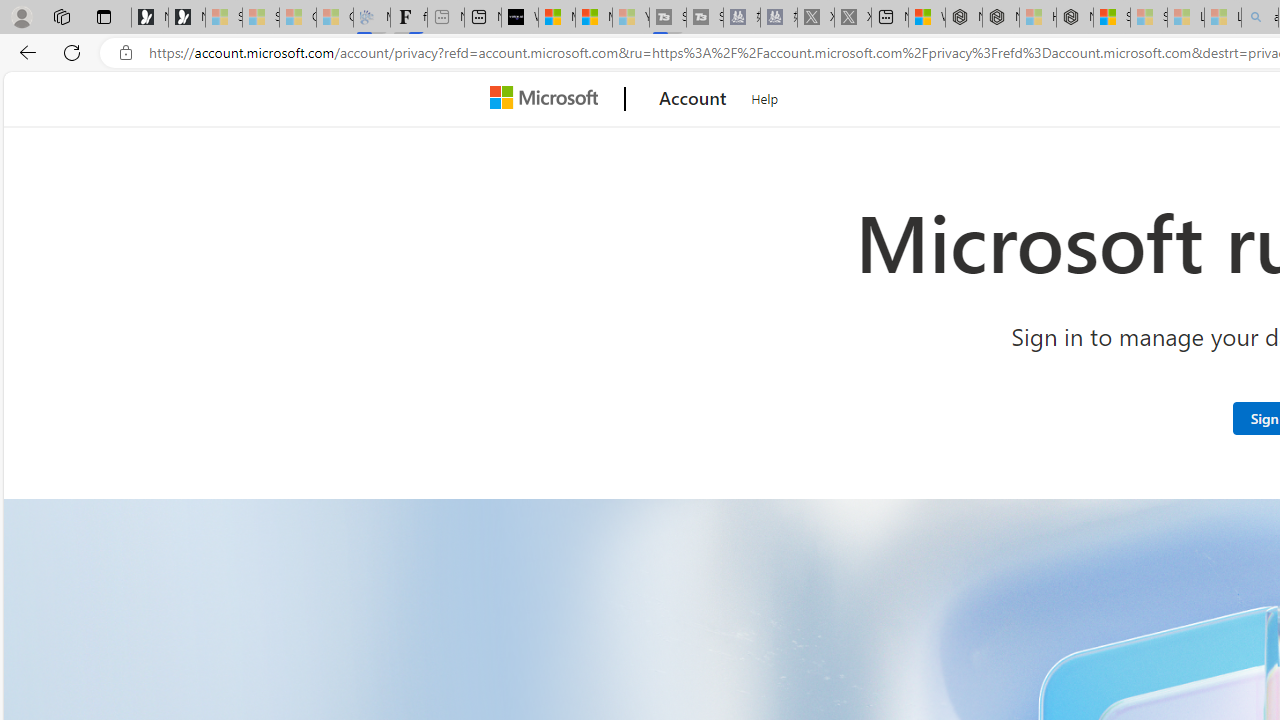 This screenshot has width=1280, height=720. What do you see at coordinates (925, 17) in the screenshot?
I see `'Wildlife - MSN'` at bounding box center [925, 17].